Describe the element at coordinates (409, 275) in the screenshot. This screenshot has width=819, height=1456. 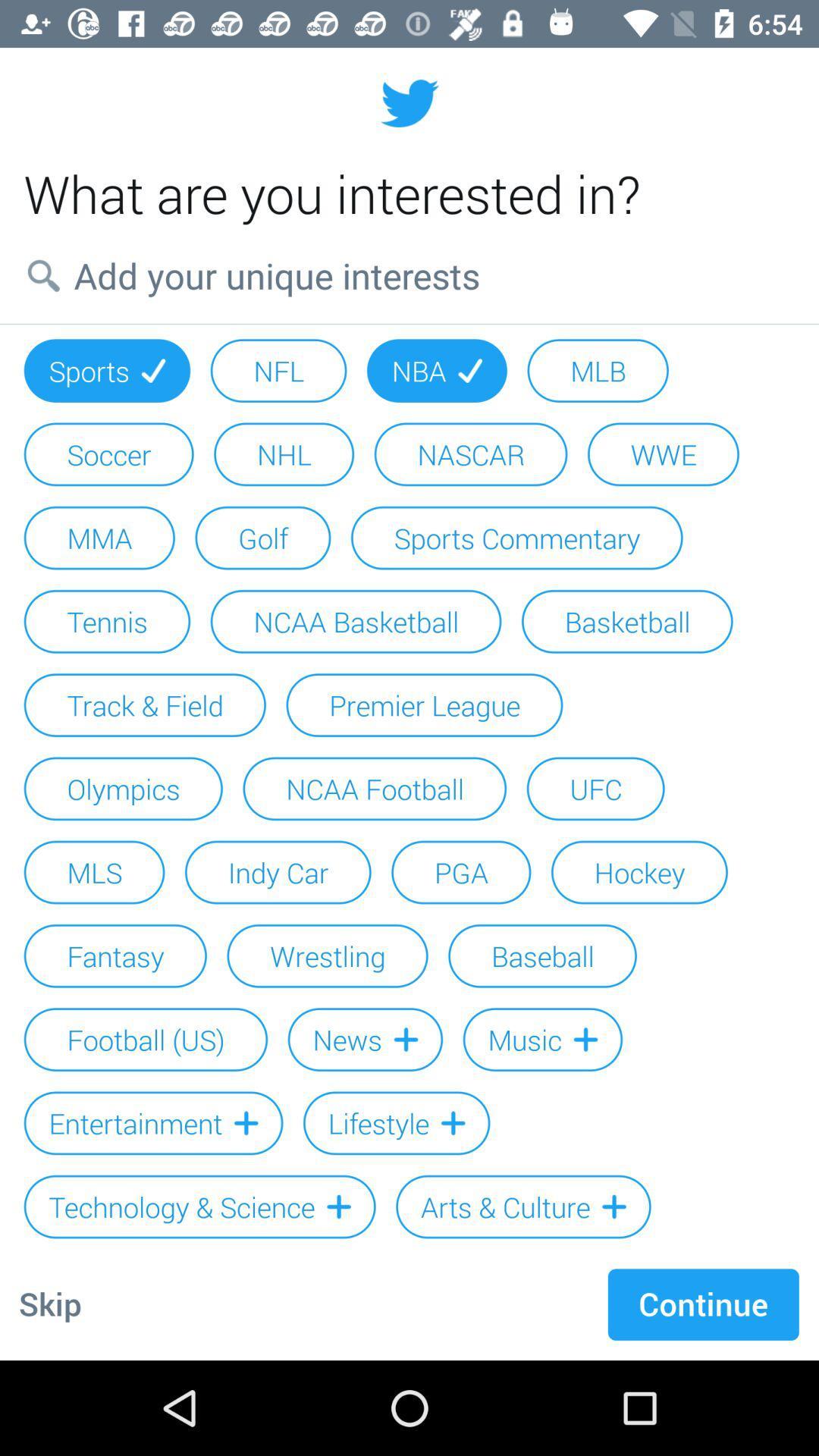
I see `search and add custom interests` at that location.